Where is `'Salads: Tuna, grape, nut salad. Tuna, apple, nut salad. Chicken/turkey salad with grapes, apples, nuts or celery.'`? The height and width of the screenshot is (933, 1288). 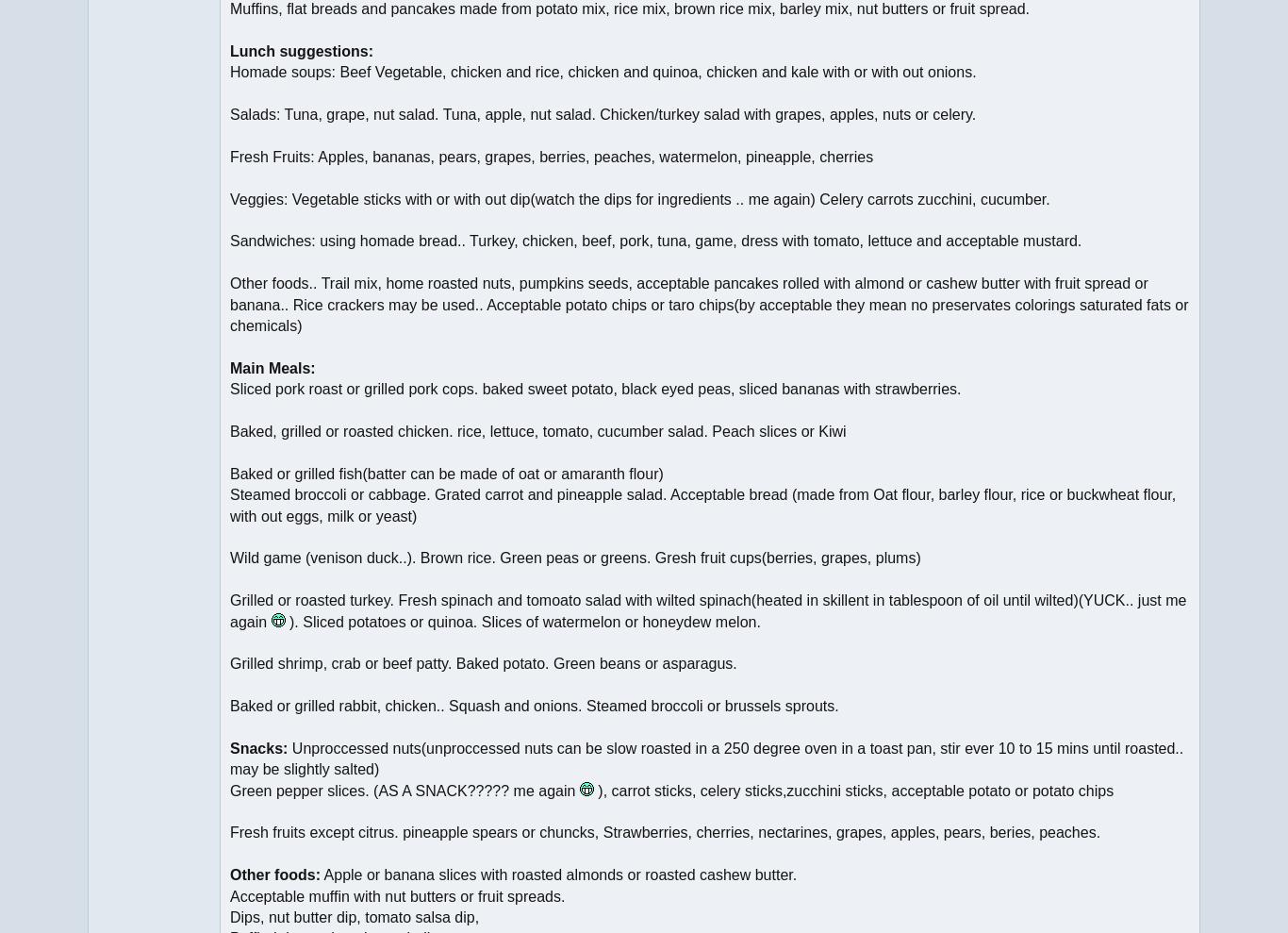
'Salads: Tuna, grape, nut salad. Tuna, apple, nut salad. Chicken/turkey salad with grapes, apples, nuts or celery.' is located at coordinates (602, 113).